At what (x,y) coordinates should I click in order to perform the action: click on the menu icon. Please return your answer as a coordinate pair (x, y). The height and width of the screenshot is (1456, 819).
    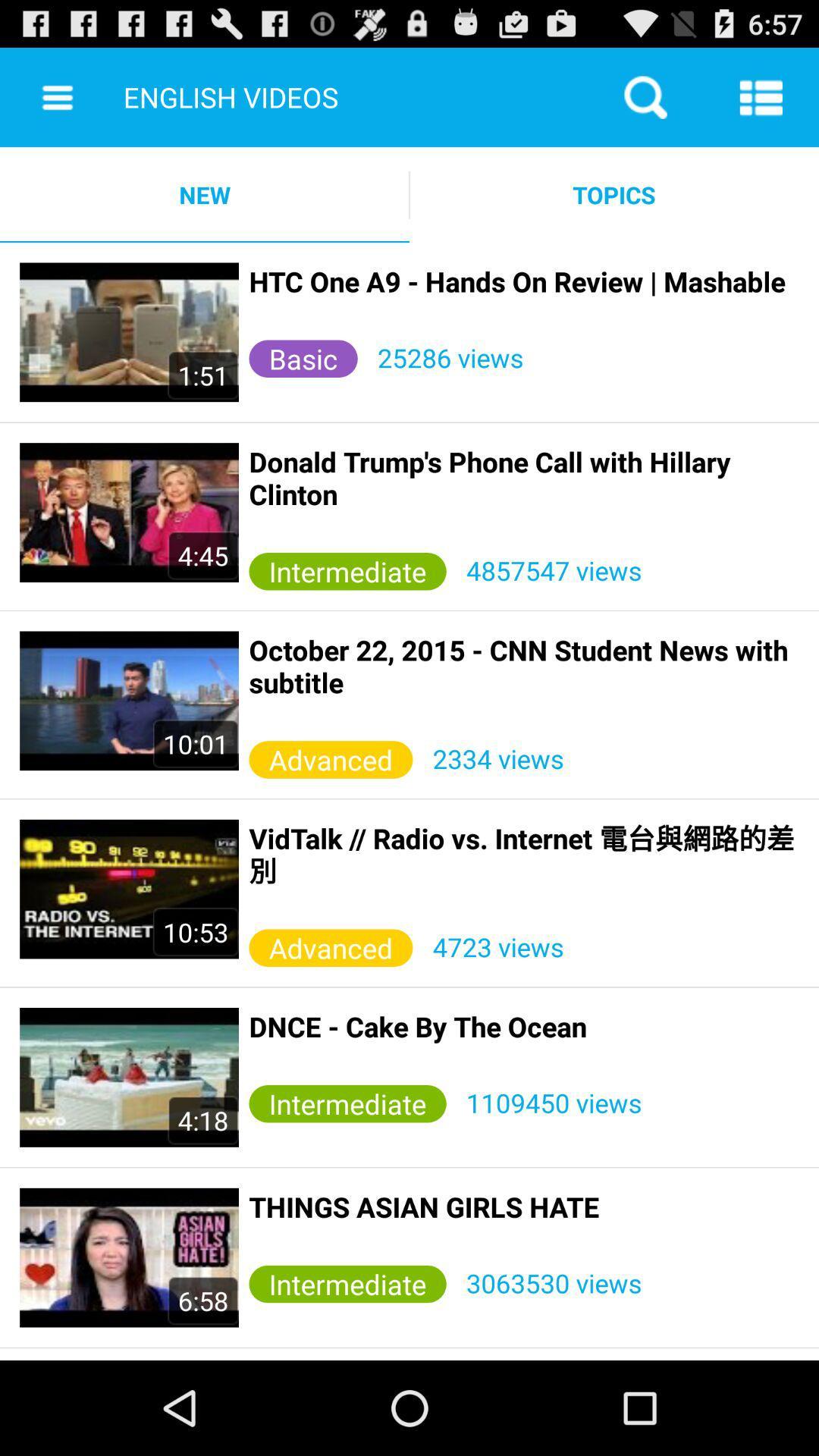
    Looking at the image, I should click on (57, 103).